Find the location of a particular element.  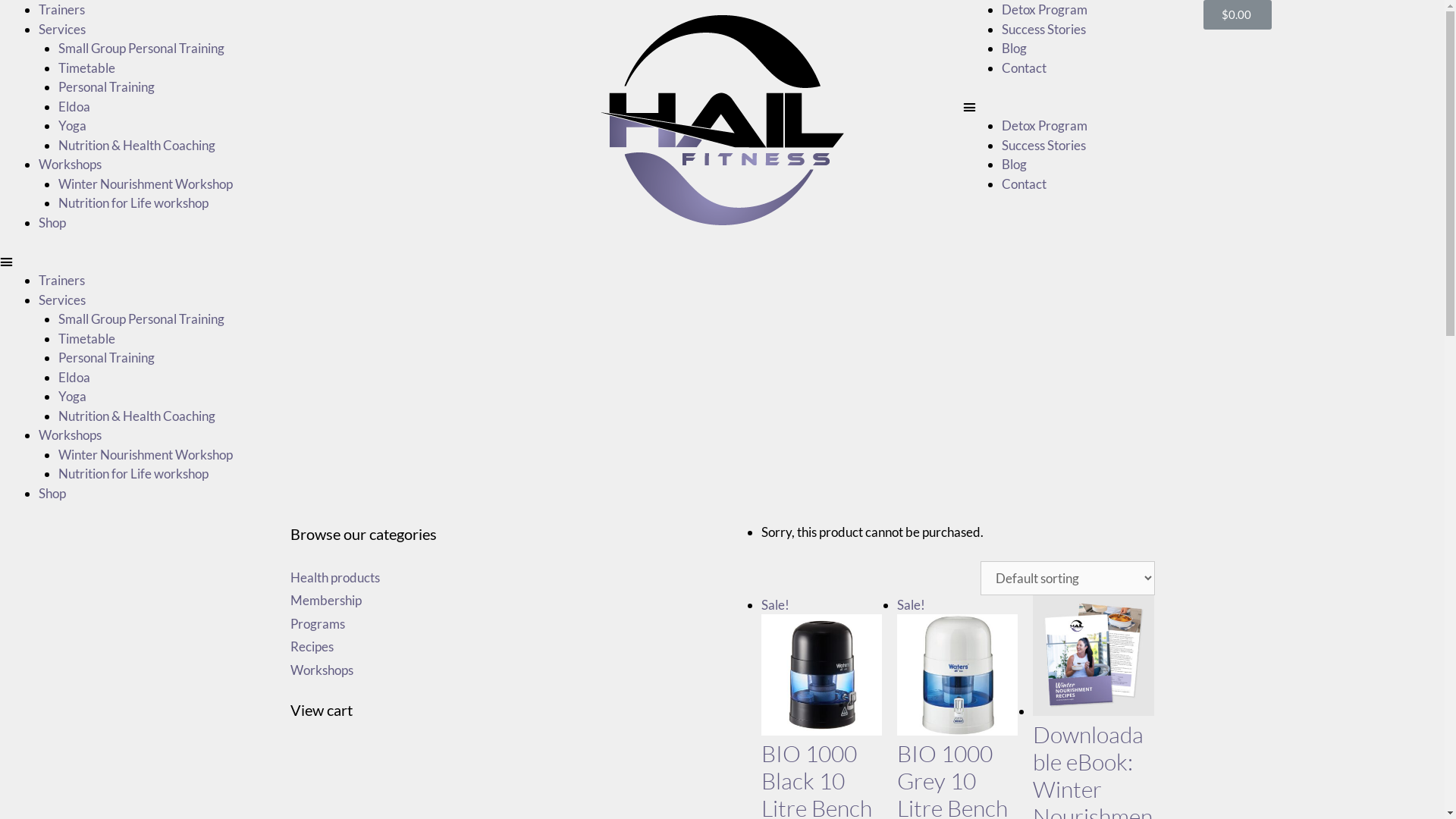

'Nutrition for Life workshop' is located at coordinates (132, 202).